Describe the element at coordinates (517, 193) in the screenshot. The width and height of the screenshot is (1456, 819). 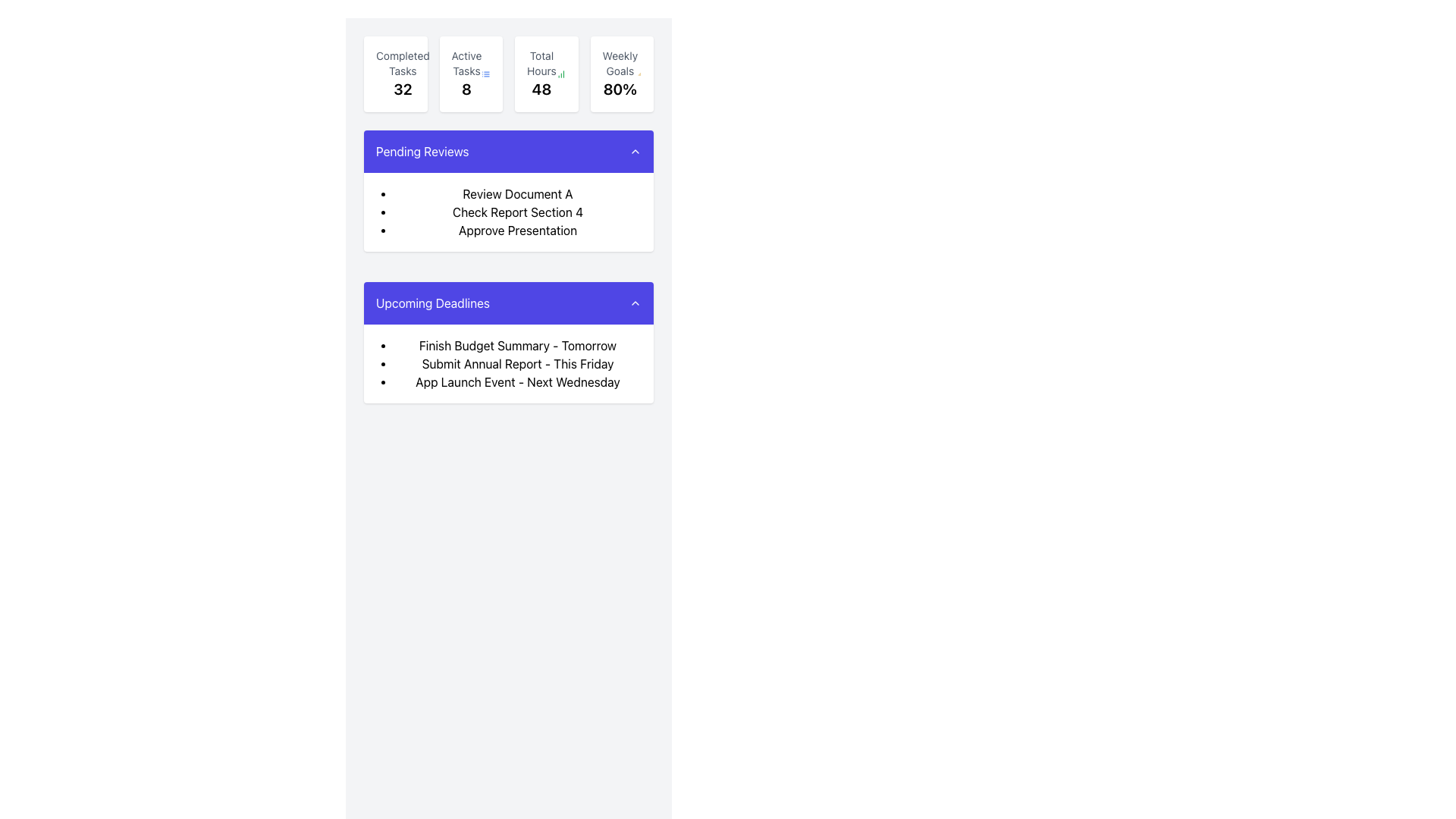
I see `the text label 'Review Document A', which is the first item in the bulleted list within the card titled 'Pending Reviews'` at that location.